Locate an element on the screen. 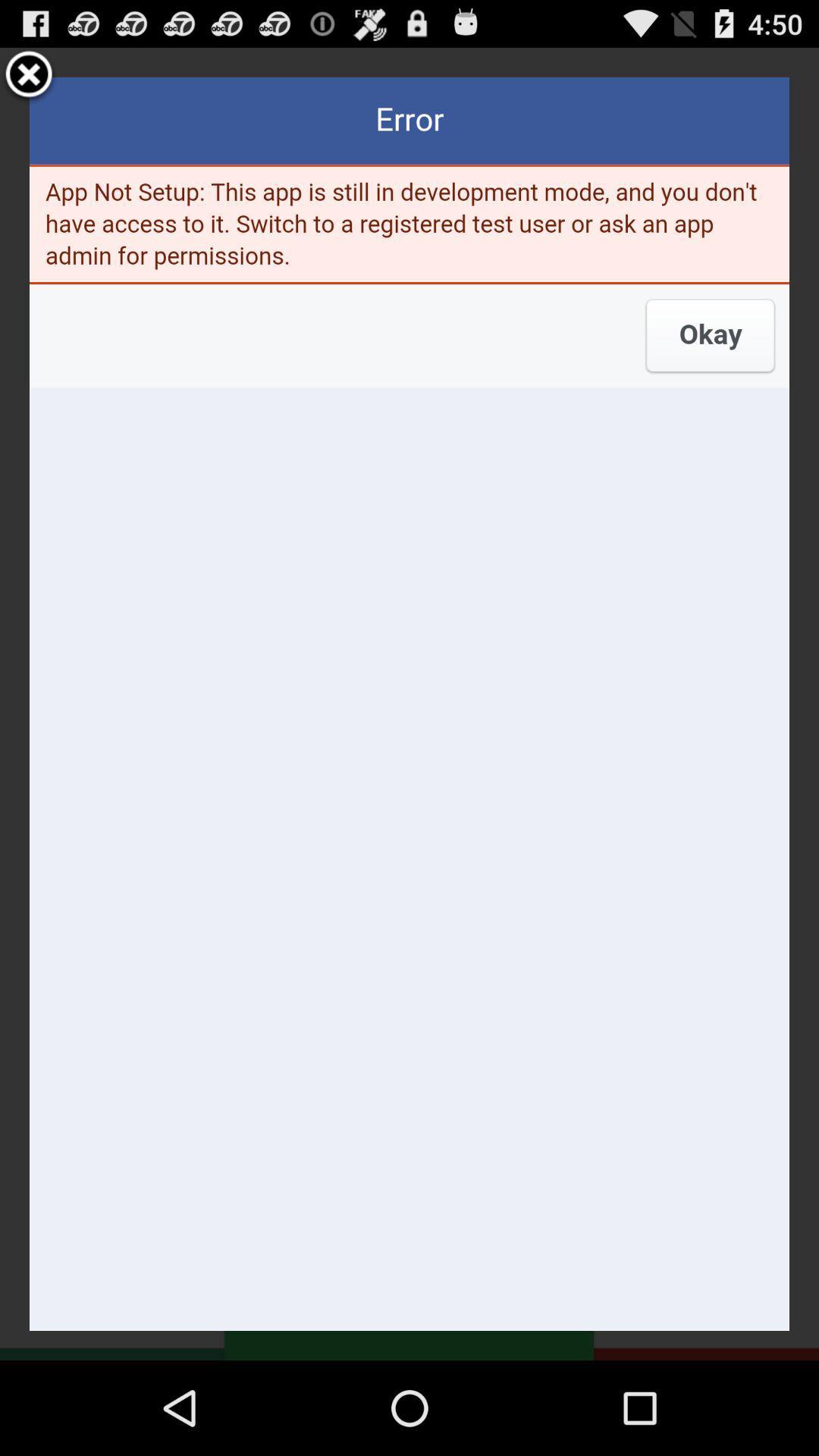  close is located at coordinates (29, 76).